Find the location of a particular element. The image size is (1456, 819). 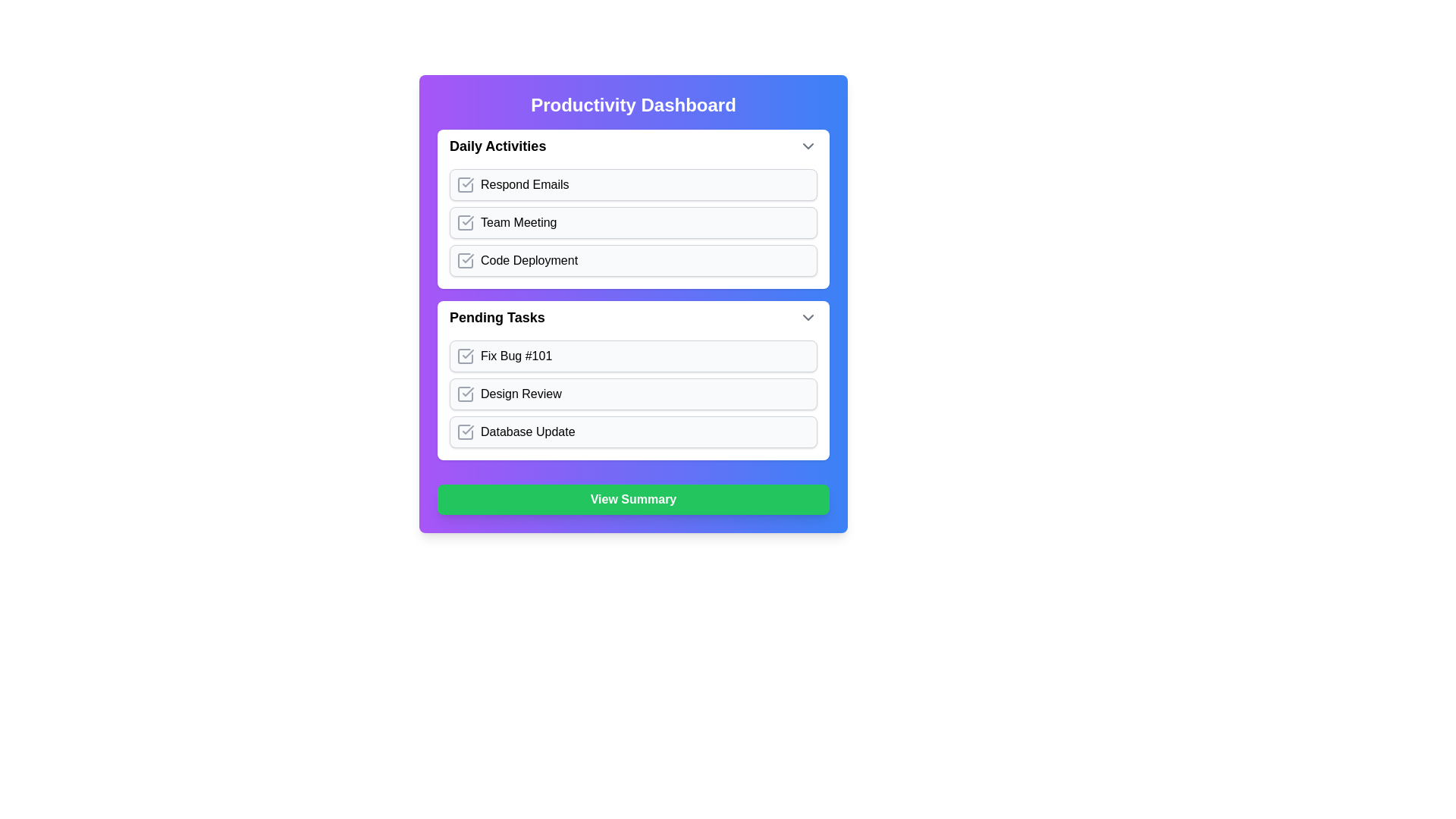

the checkbox icon representing a checkmark within a square box located to the left of the 'Respond Emails' text in the 'Daily Activities' section, as it may be interactive is located at coordinates (465, 184).